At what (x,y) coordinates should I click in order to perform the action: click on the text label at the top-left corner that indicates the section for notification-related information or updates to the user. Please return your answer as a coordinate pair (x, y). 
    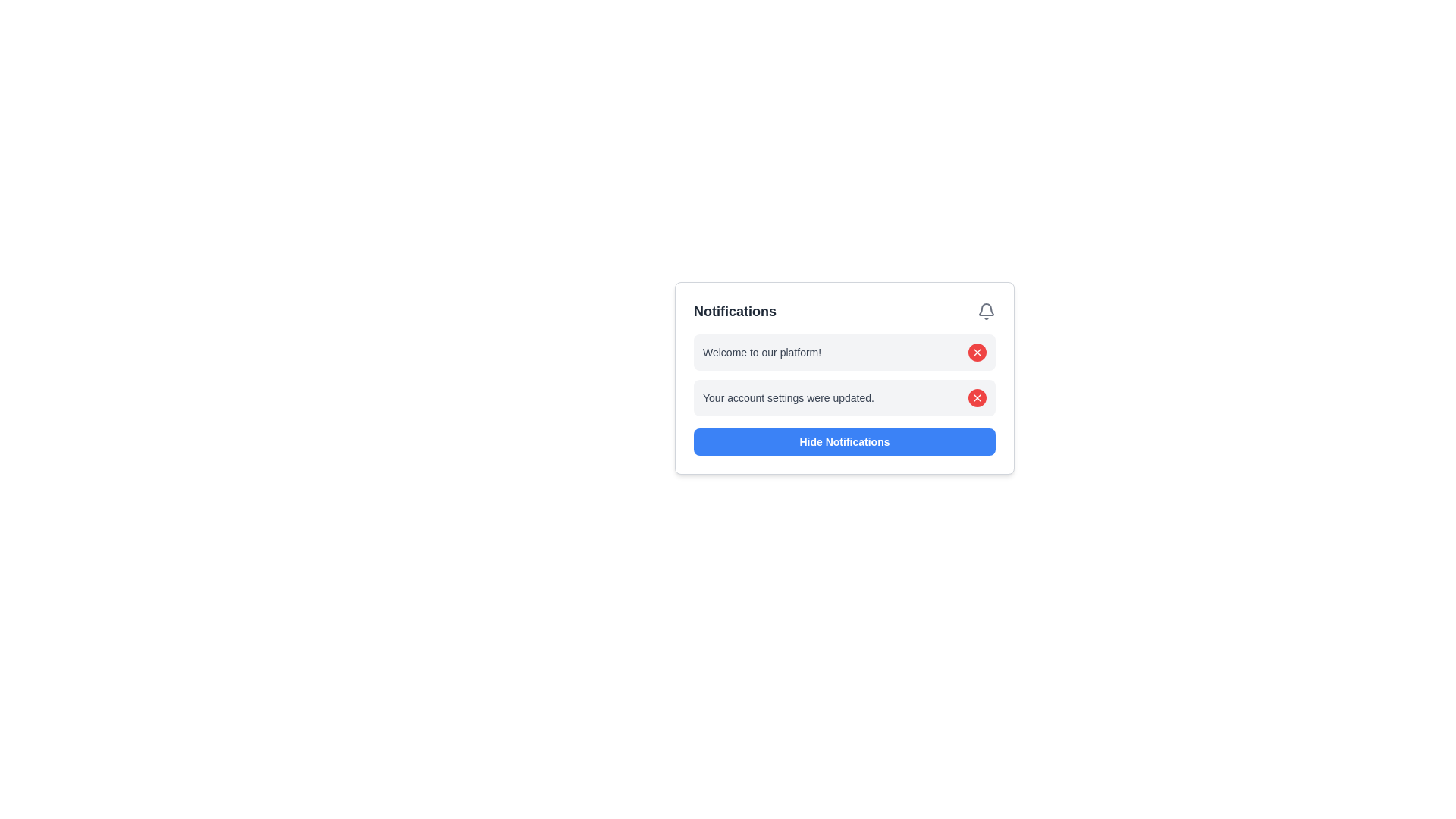
    Looking at the image, I should click on (735, 311).